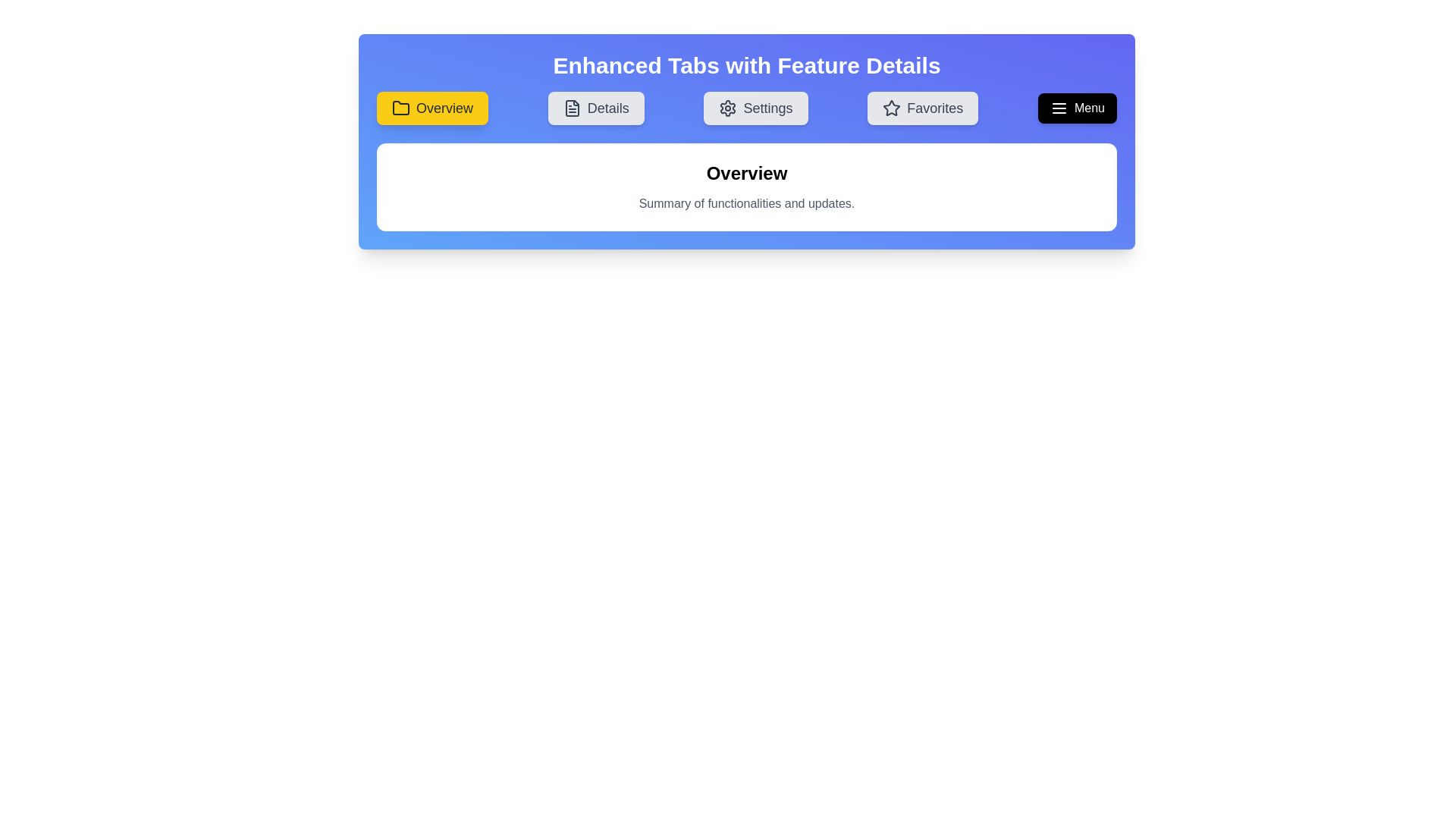 This screenshot has width=1456, height=819. What do you see at coordinates (595, 107) in the screenshot?
I see `keyboard navigation` at bounding box center [595, 107].